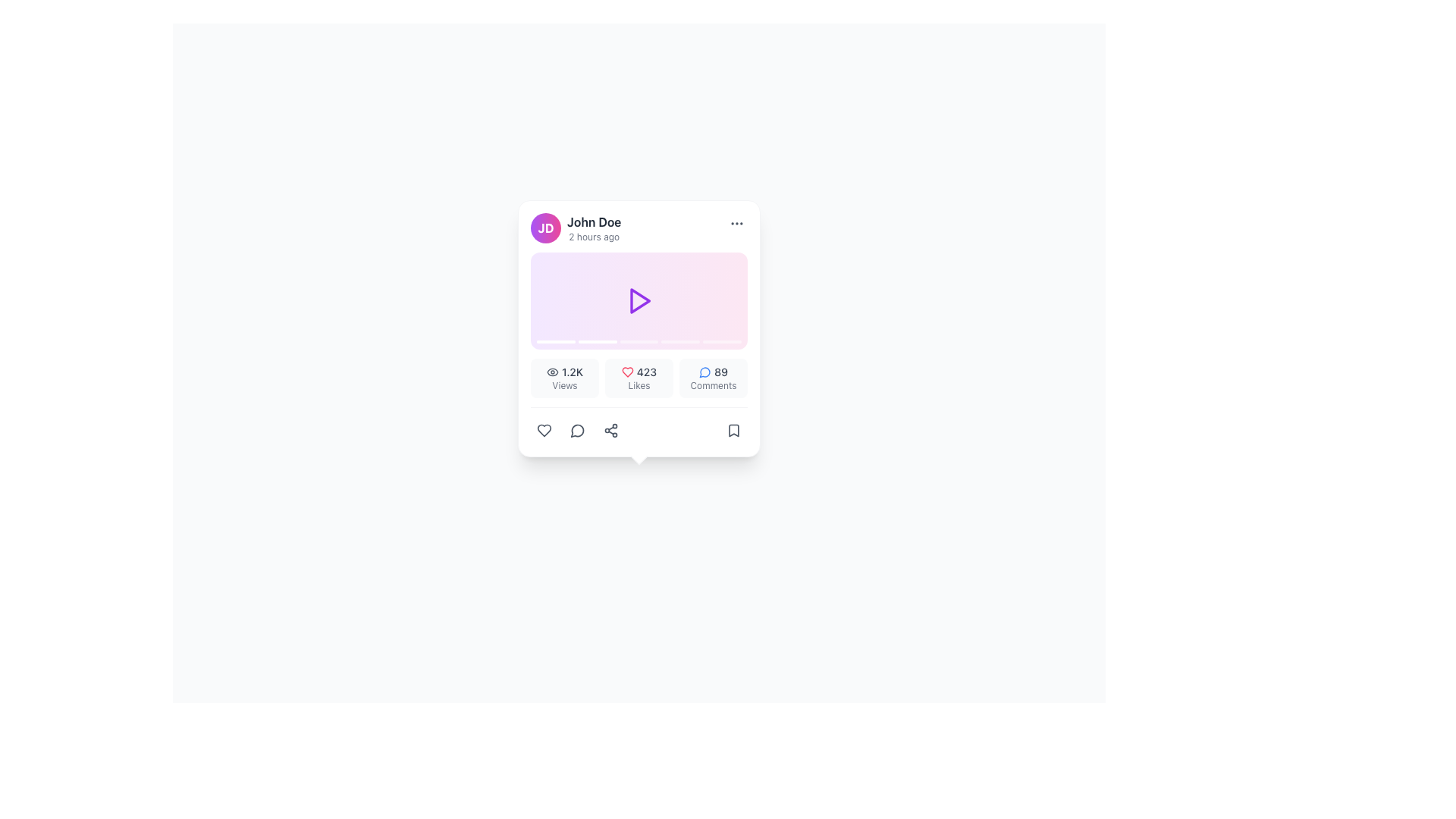 This screenshot has width=1456, height=819. Describe the element at coordinates (544, 430) in the screenshot. I see `the clickable icon button located at the bottom-left corner of the card-like UI component` at that location.